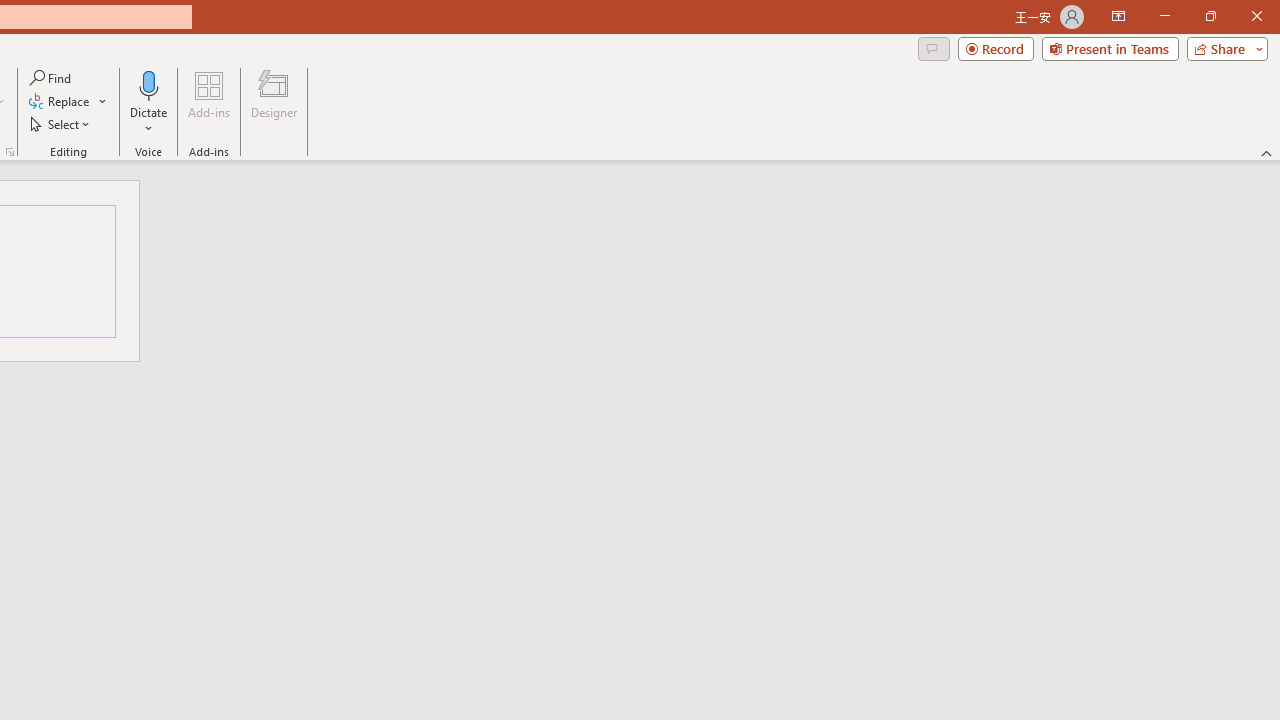 The image size is (1280, 720). What do you see at coordinates (10, 150) in the screenshot?
I see `'Format Object...'` at bounding box center [10, 150].